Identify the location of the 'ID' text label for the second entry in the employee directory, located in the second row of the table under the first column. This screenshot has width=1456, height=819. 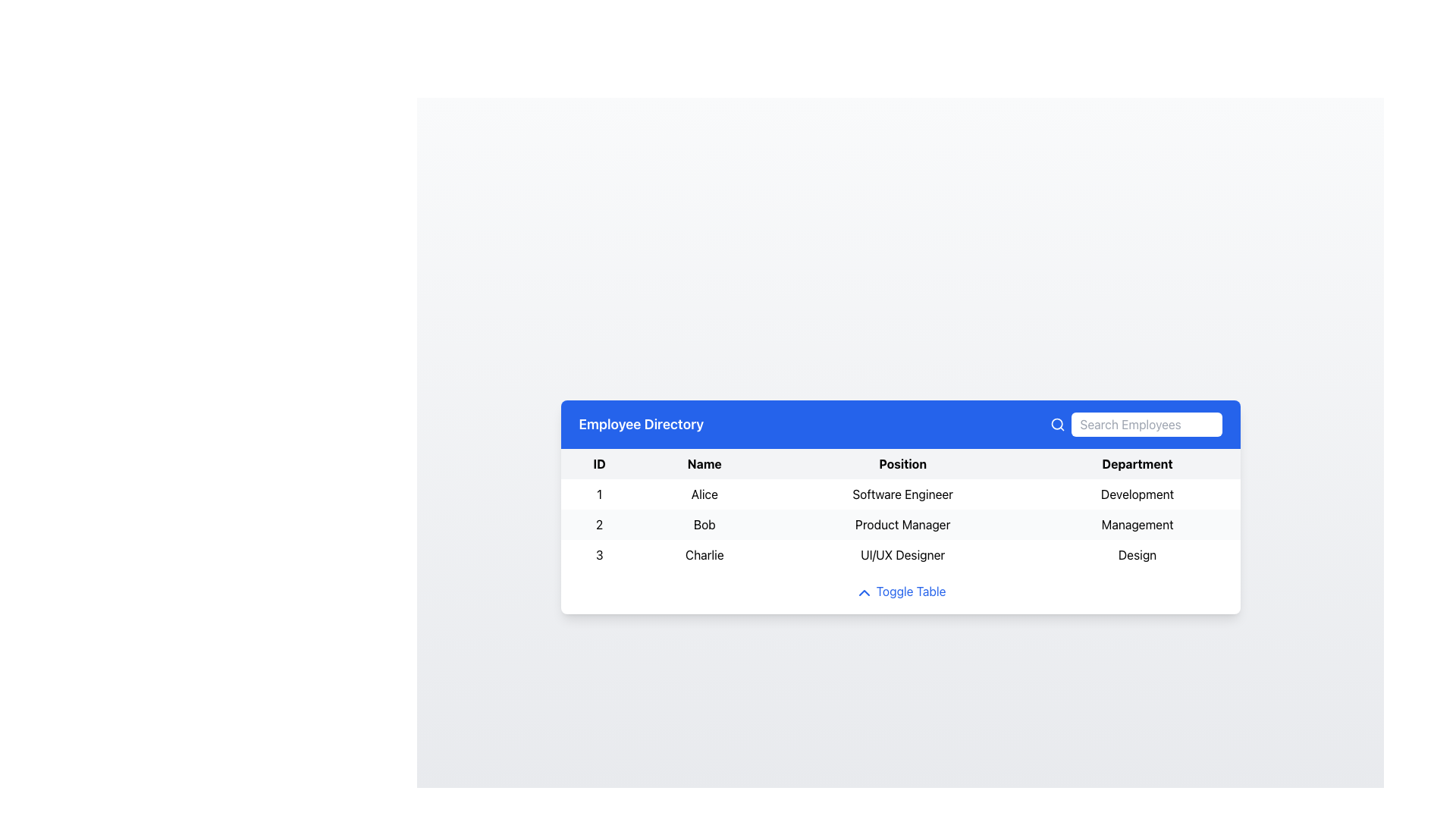
(598, 524).